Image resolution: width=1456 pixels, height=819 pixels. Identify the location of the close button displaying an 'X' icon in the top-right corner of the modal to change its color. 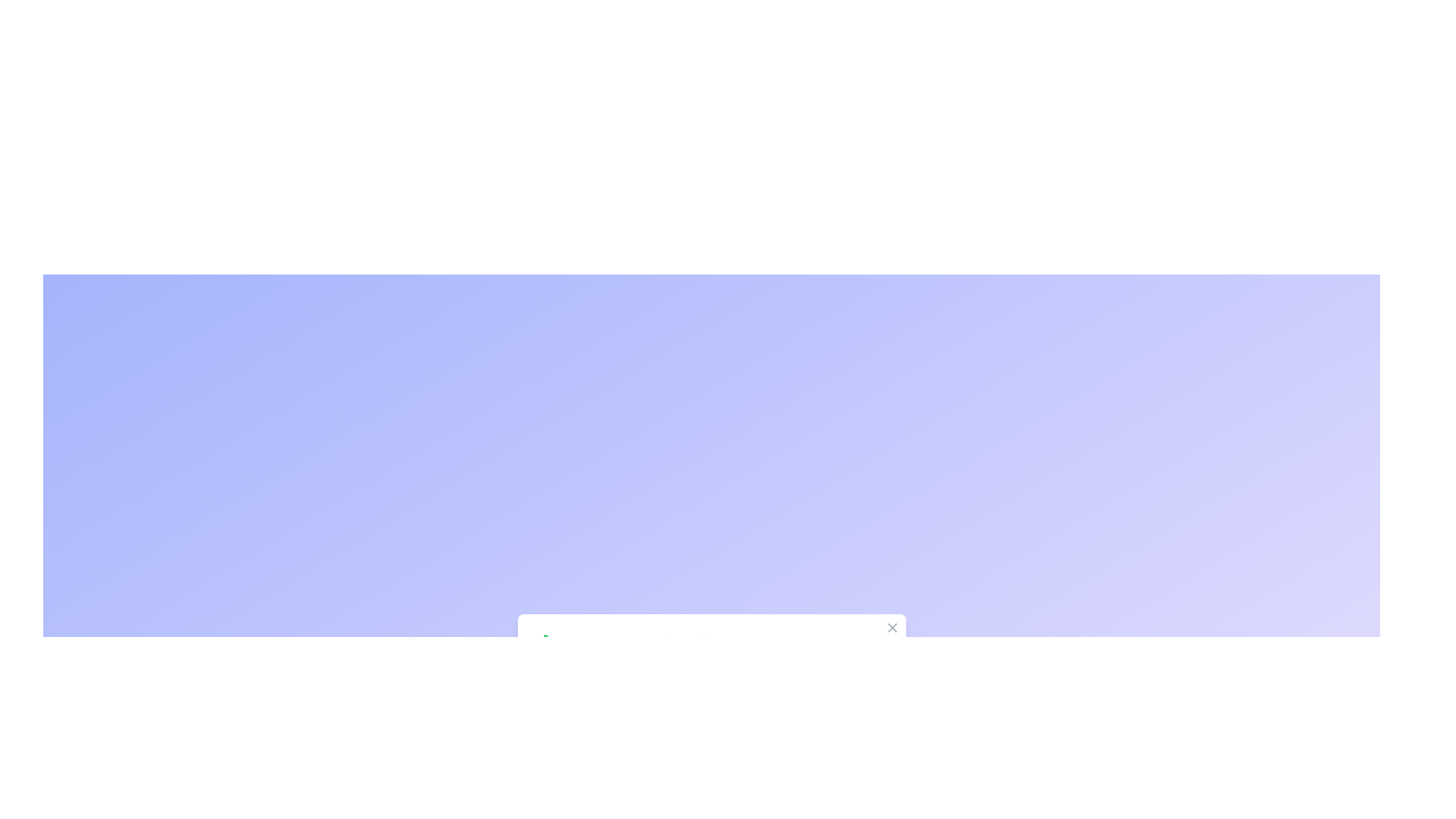
(892, 628).